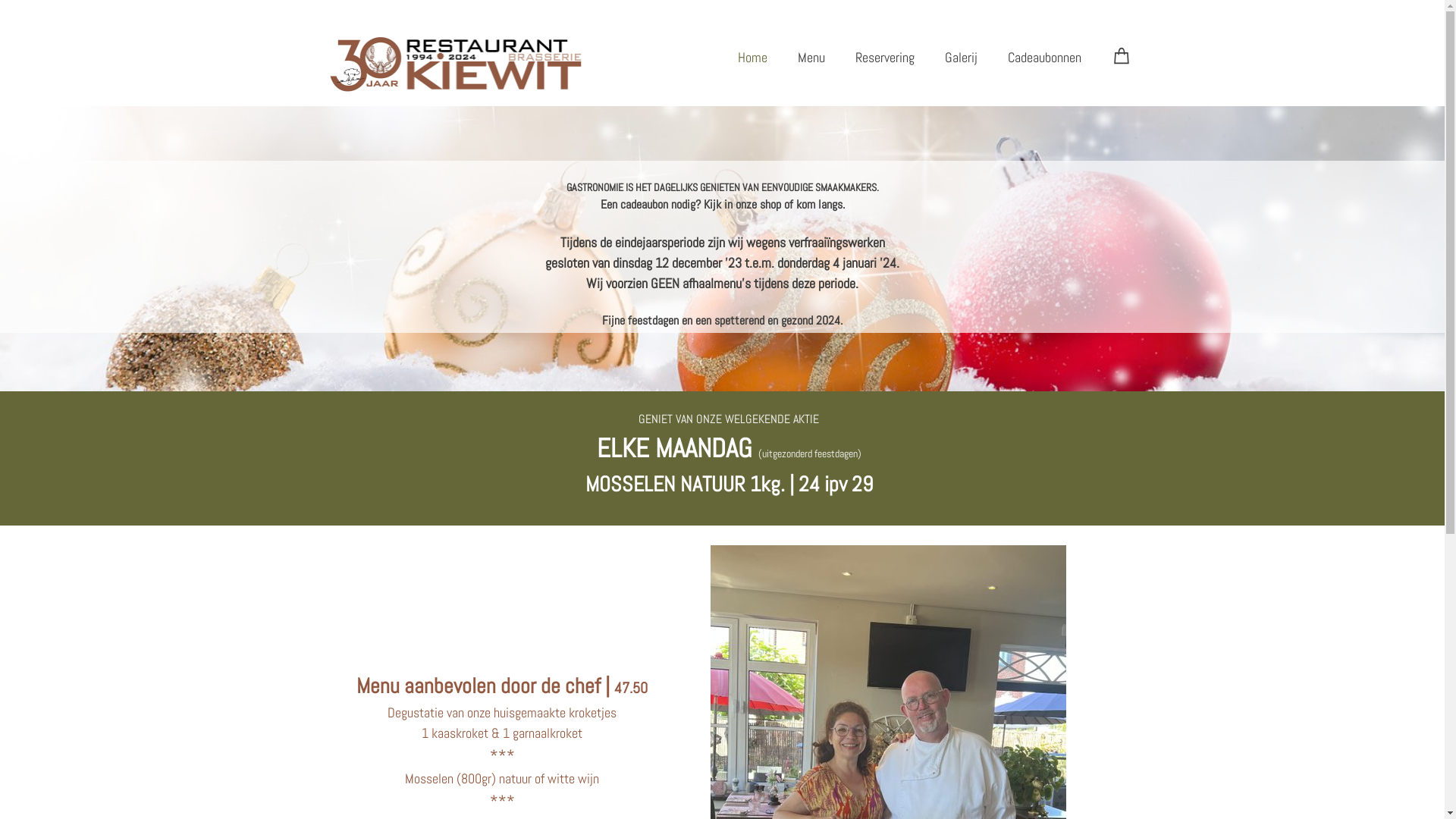 Image resolution: width=1456 pixels, height=819 pixels. I want to click on 'Home', so click(752, 56).